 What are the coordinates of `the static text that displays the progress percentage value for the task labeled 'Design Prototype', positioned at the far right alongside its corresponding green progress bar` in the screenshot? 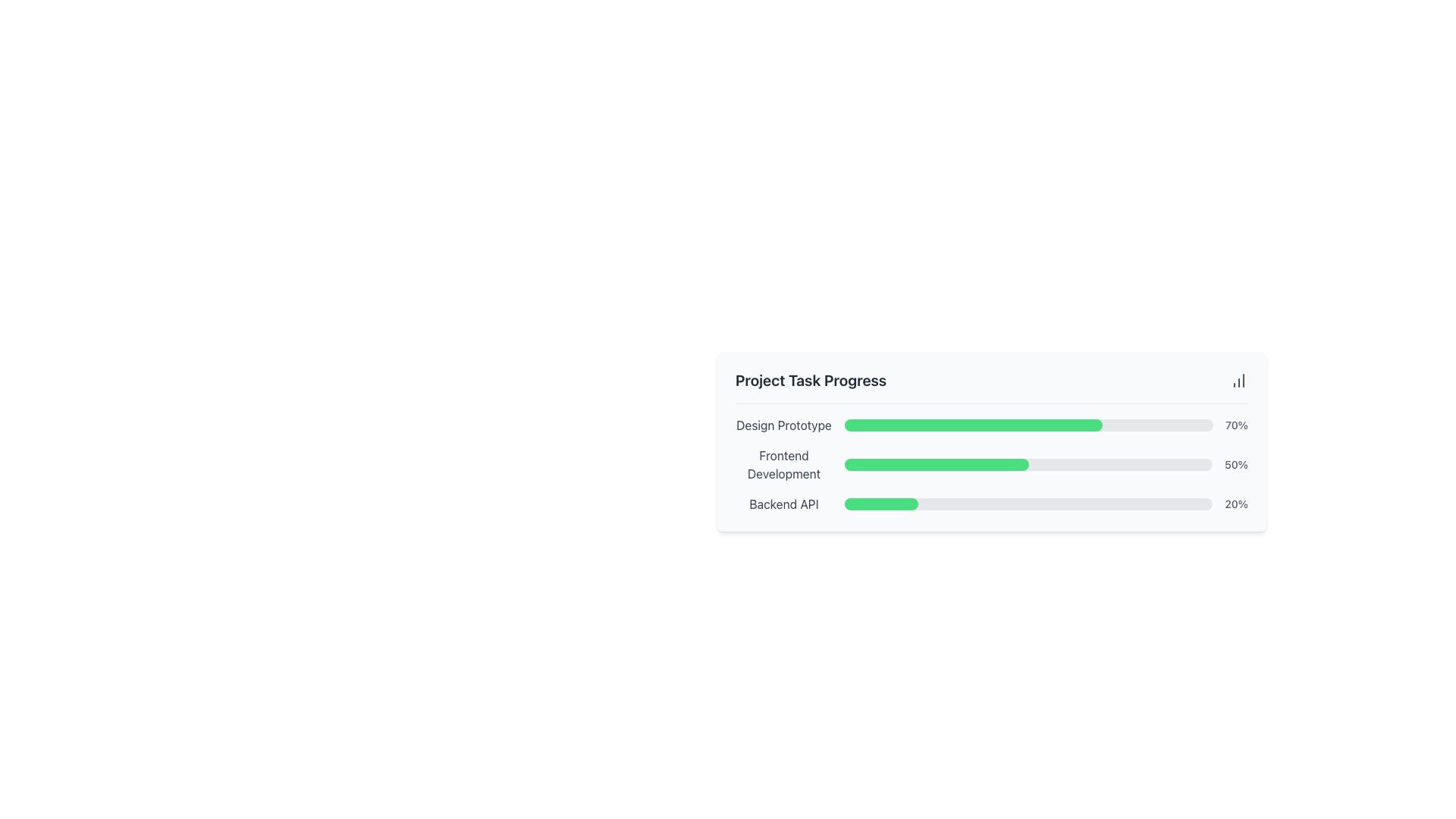 It's located at (1237, 425).